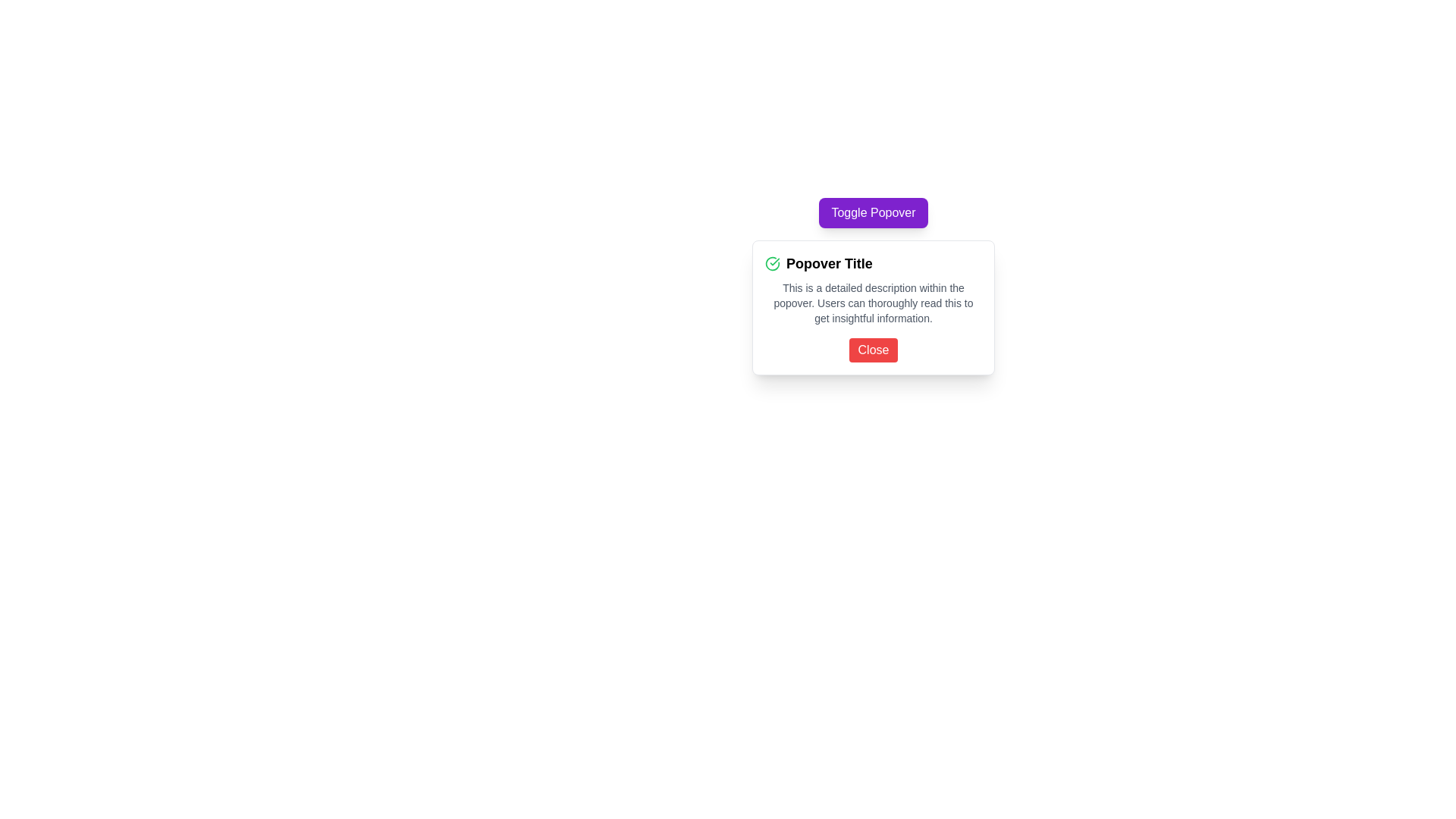  Describe the element at coordinates (874, 303) in the screenshot. I see `descriptive text styled in small, gray font located in the white popover box, positioned between the 'Popover Title' and the 'Close' button` at that location.